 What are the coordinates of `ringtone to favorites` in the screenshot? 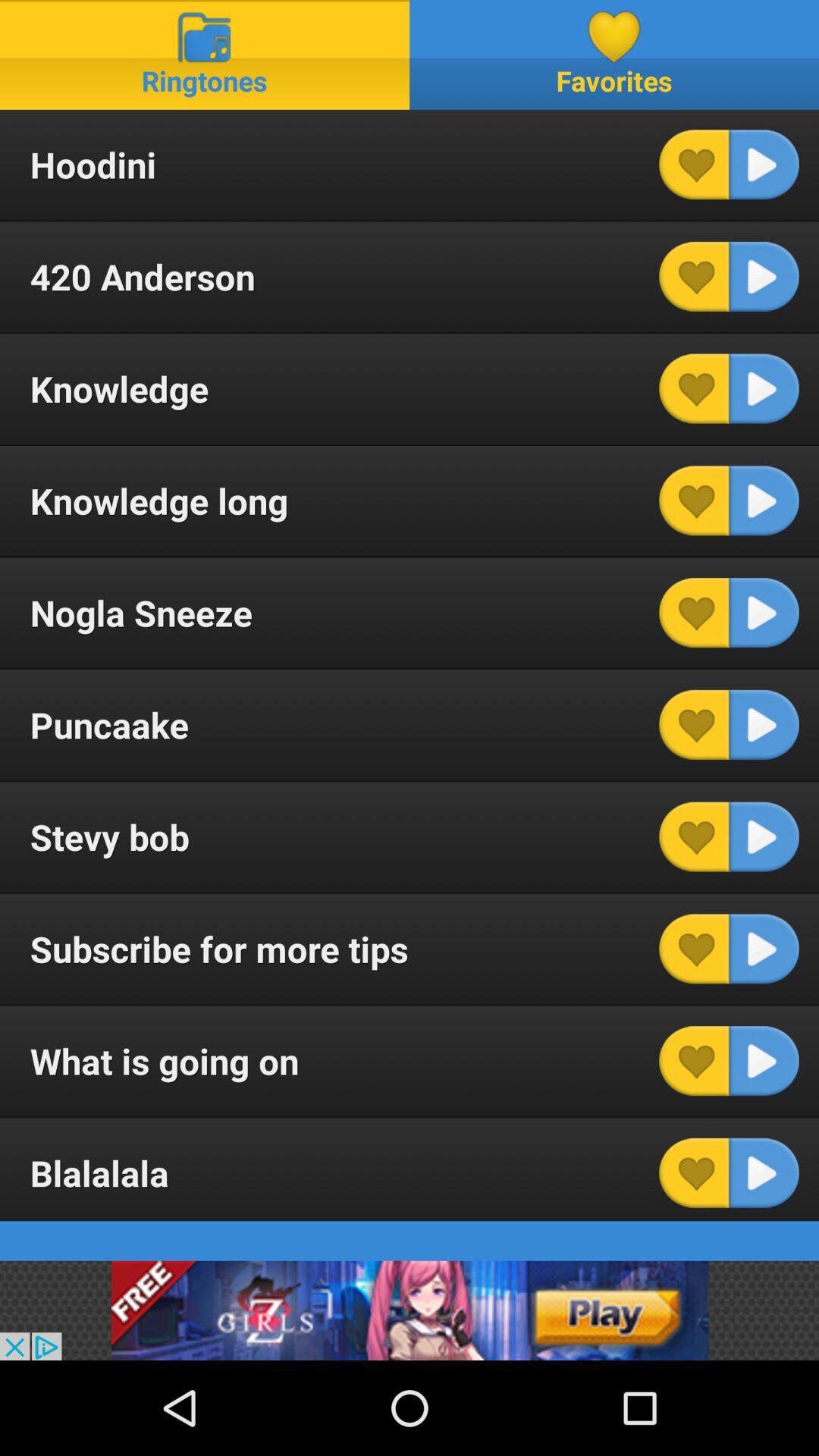 It's located at (694, 1060).